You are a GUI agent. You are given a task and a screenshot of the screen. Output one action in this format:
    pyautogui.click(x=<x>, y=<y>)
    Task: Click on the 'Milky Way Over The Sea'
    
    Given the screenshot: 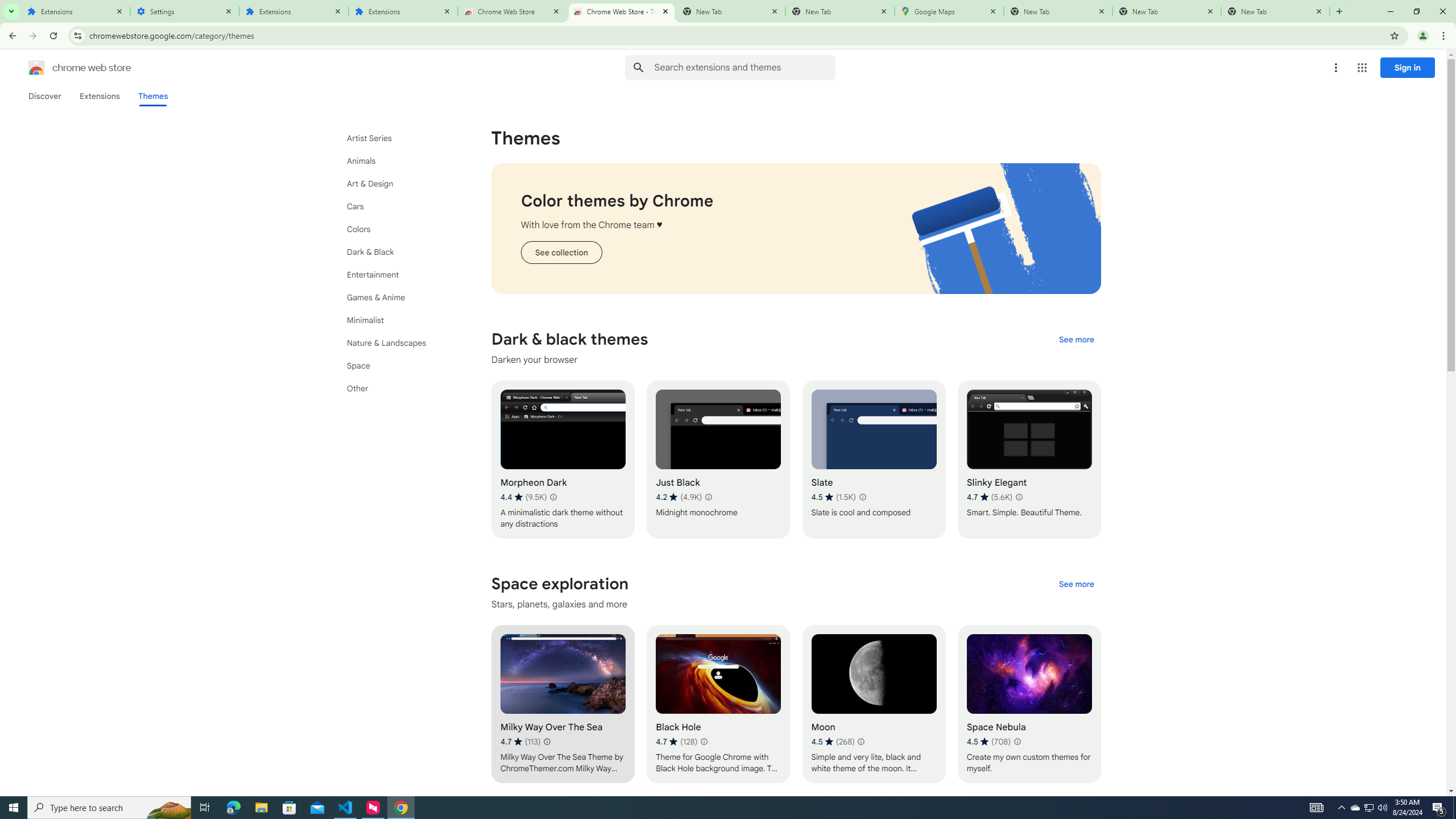 What is the action you would take?
    pyautogui.click(x=562, y=704)
    